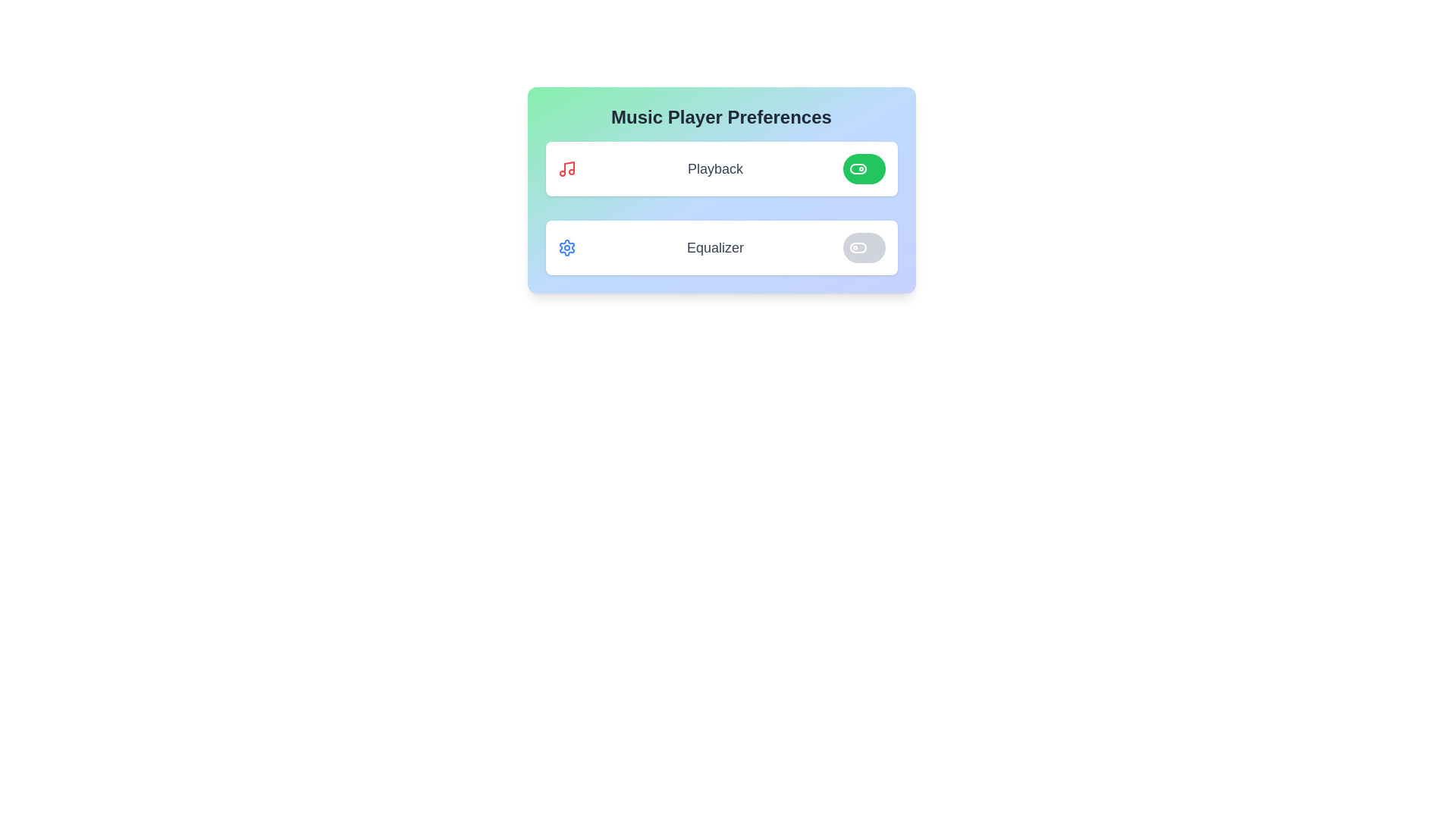 The image size is (1456, 819). What do you see at coordinates (714, 169) in the screenshot?
I see `text label that displays 'Playback' in a large, gray font, positioned centrally between a red music icon and a green toggle button` at bounding box center [714, 169].